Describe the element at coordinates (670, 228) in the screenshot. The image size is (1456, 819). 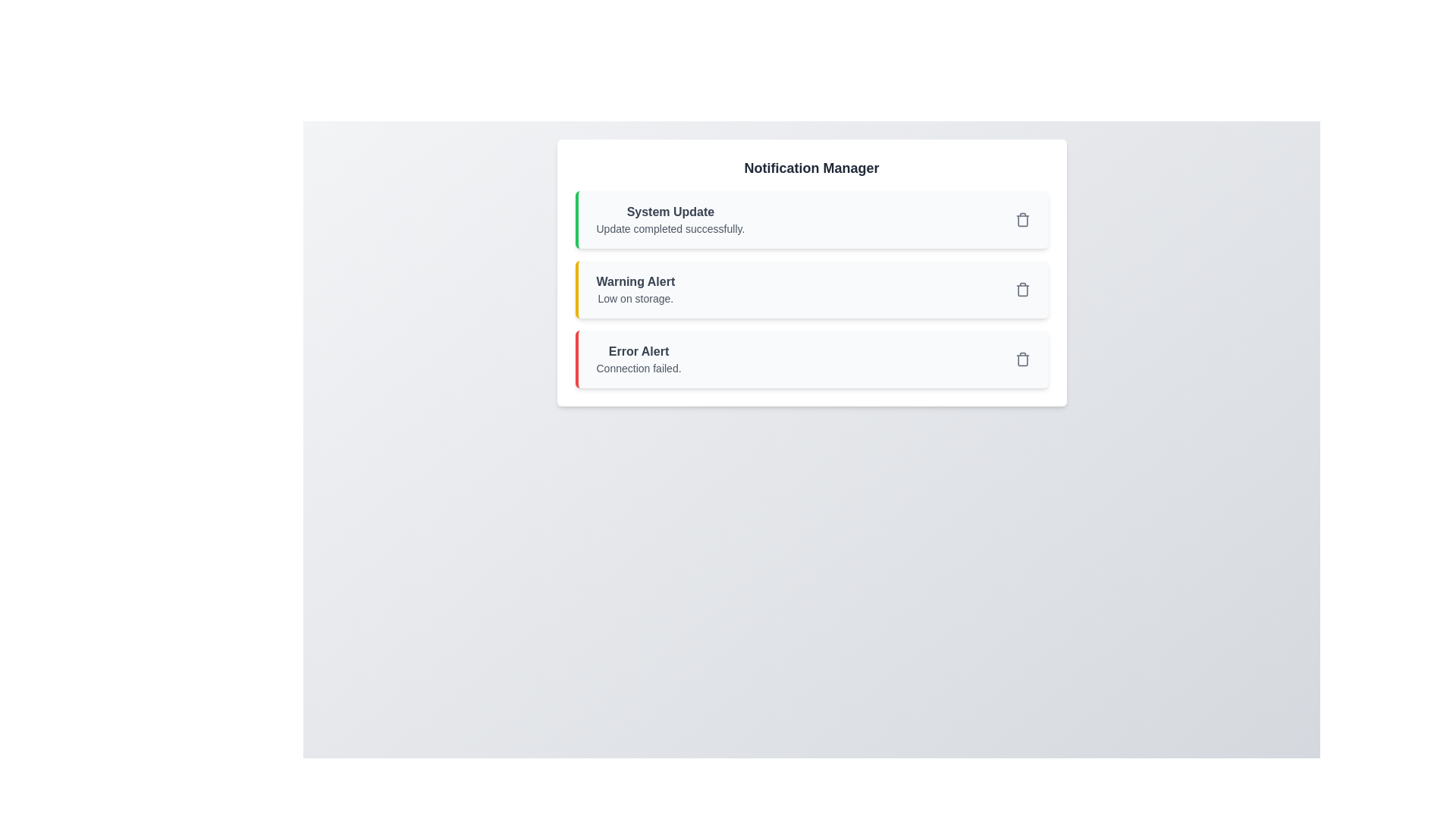
I see `the status message indicating that an update has been completed successfully, which is located under the 'System Update' notification heading within the notification card` at that location.